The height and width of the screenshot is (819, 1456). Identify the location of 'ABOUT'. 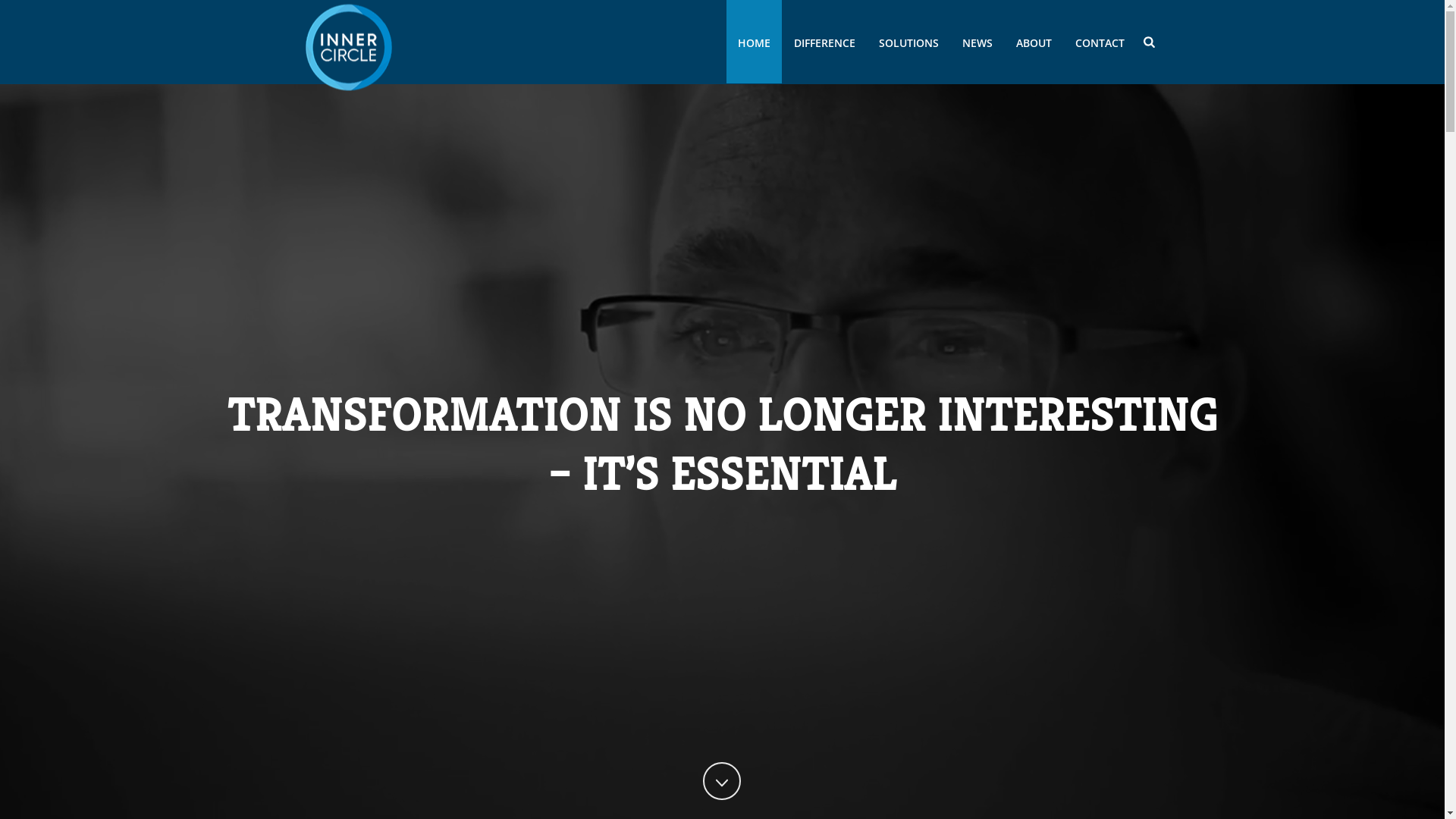
(1033, 40).